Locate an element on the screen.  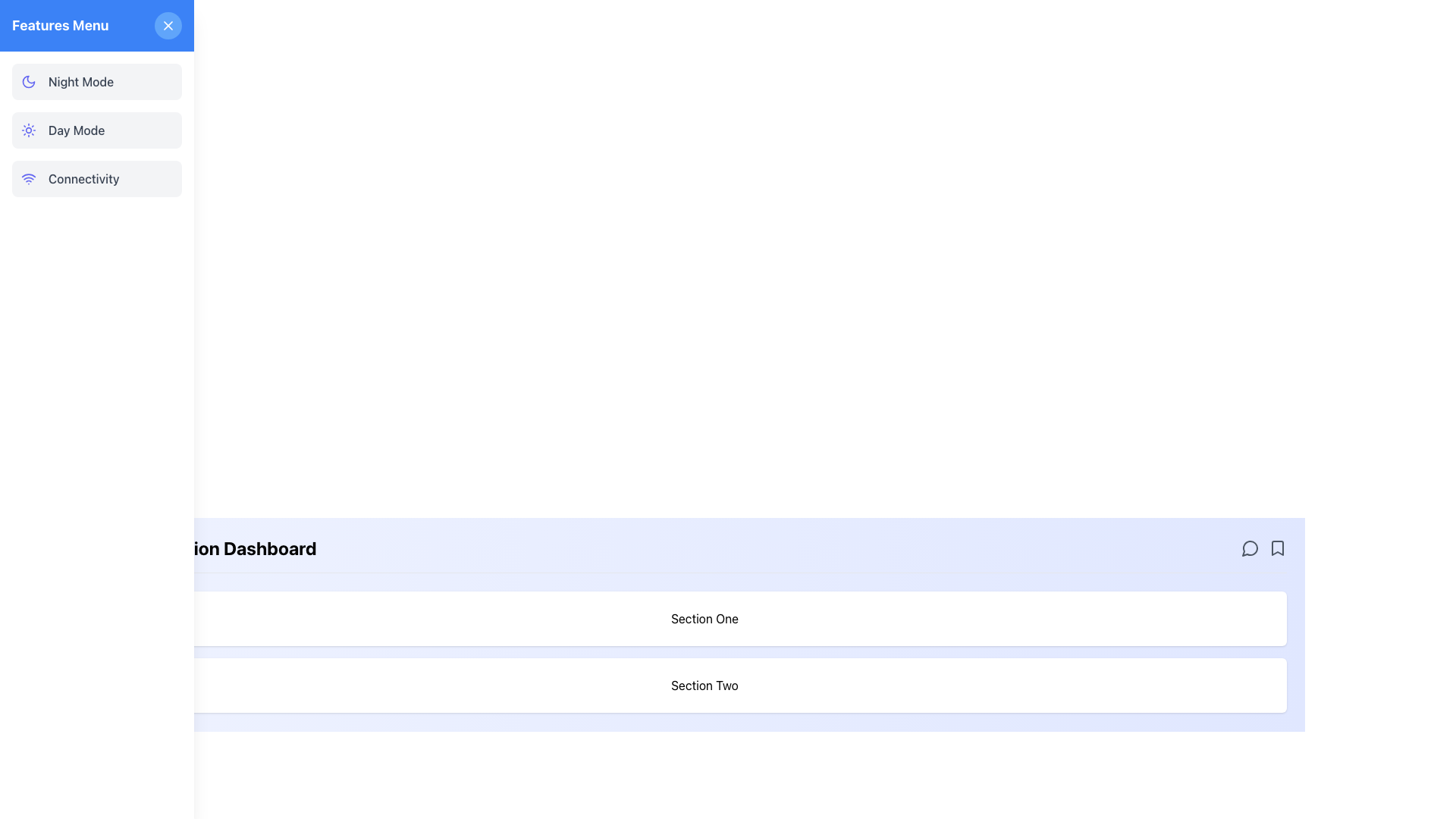
the 'Night Mode' button, which is a rectangular button with a light gray background and a moon icon is located at coordinates (96, 82).